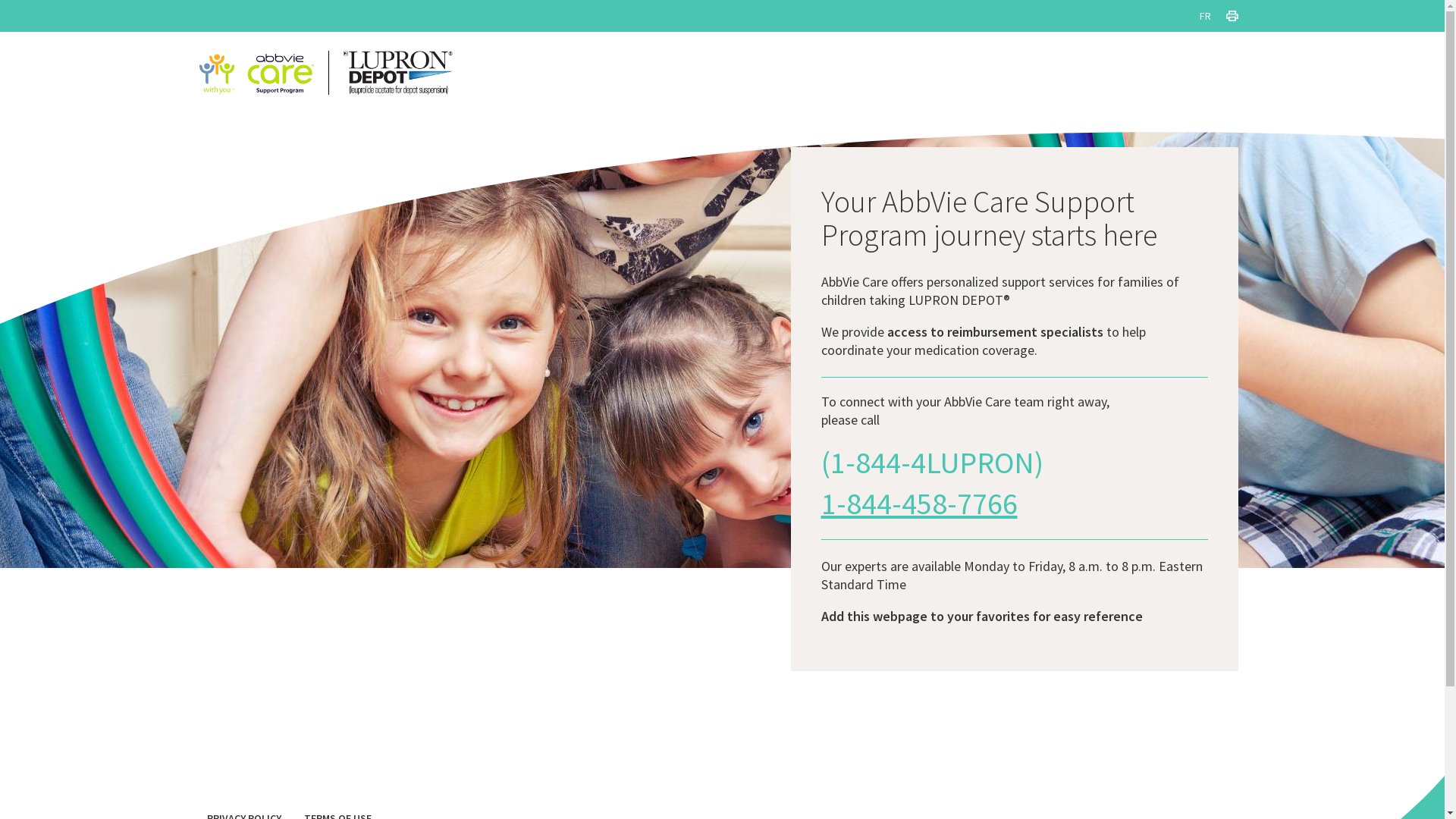 This screenshot has width=1456, height=819. I want to click on 'PRINT THIS PAGE', so click(1231, 15).